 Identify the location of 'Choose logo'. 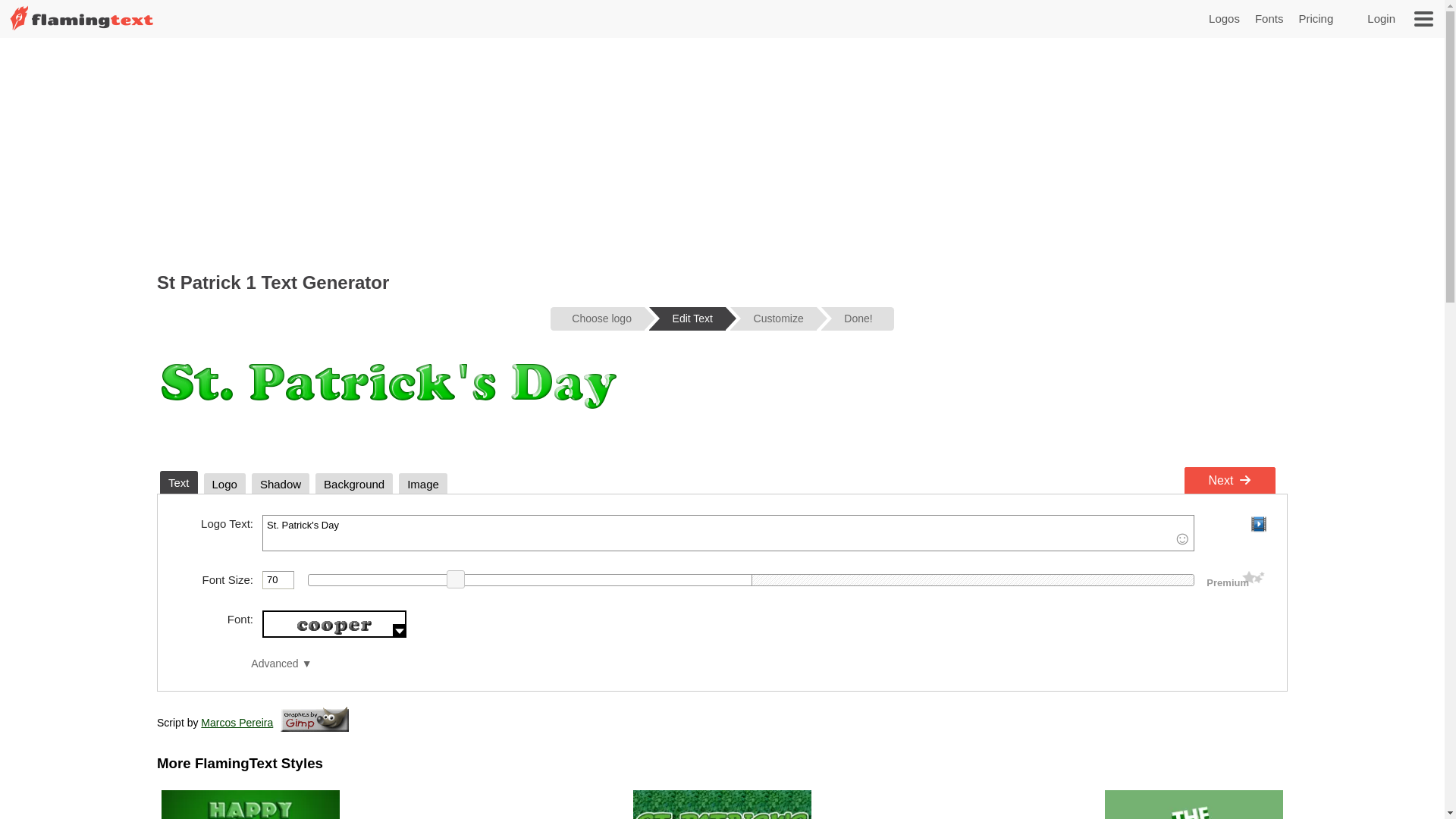
(596, 318).